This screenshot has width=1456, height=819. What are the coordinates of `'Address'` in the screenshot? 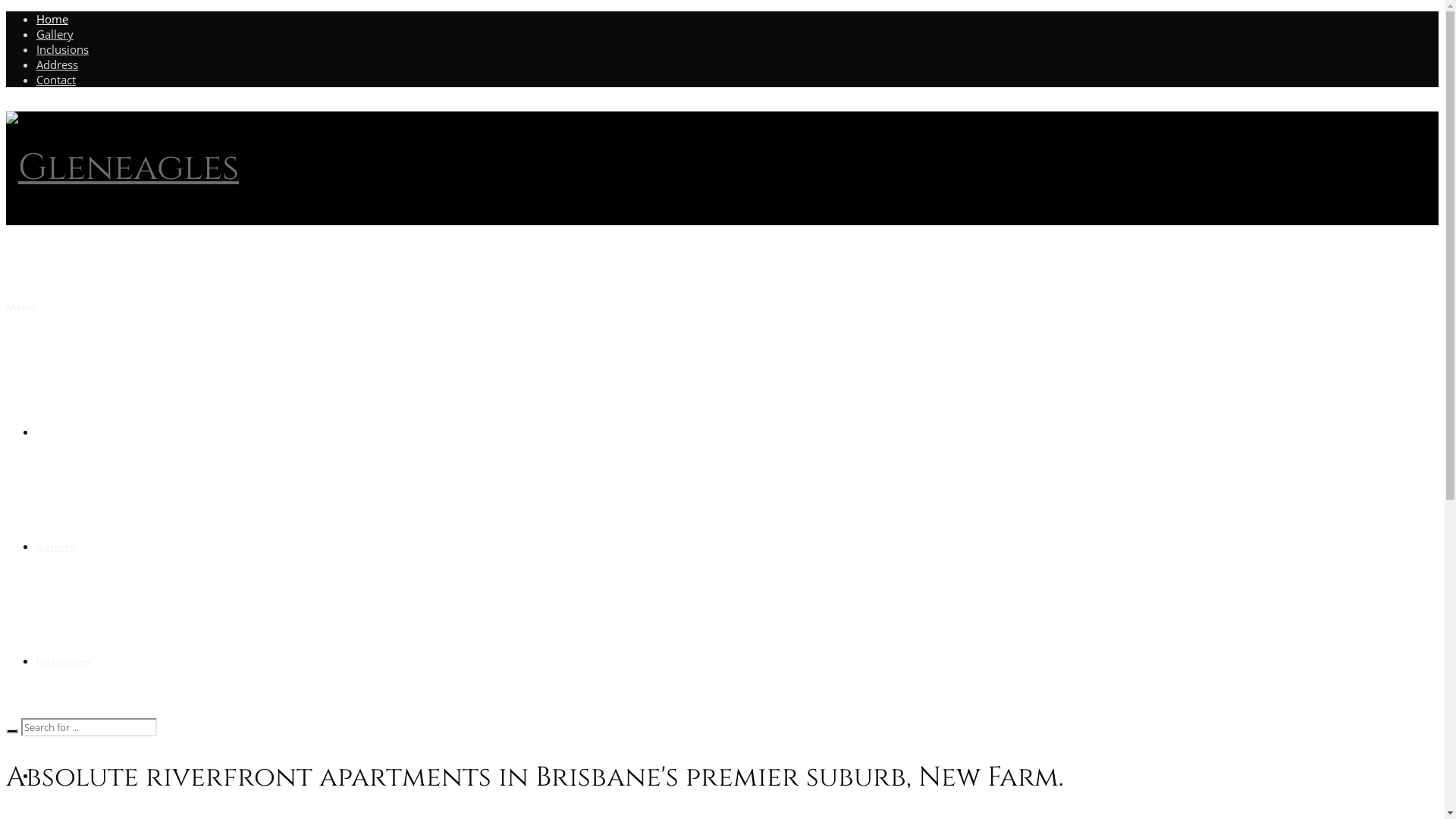 It's located at (57, 63).